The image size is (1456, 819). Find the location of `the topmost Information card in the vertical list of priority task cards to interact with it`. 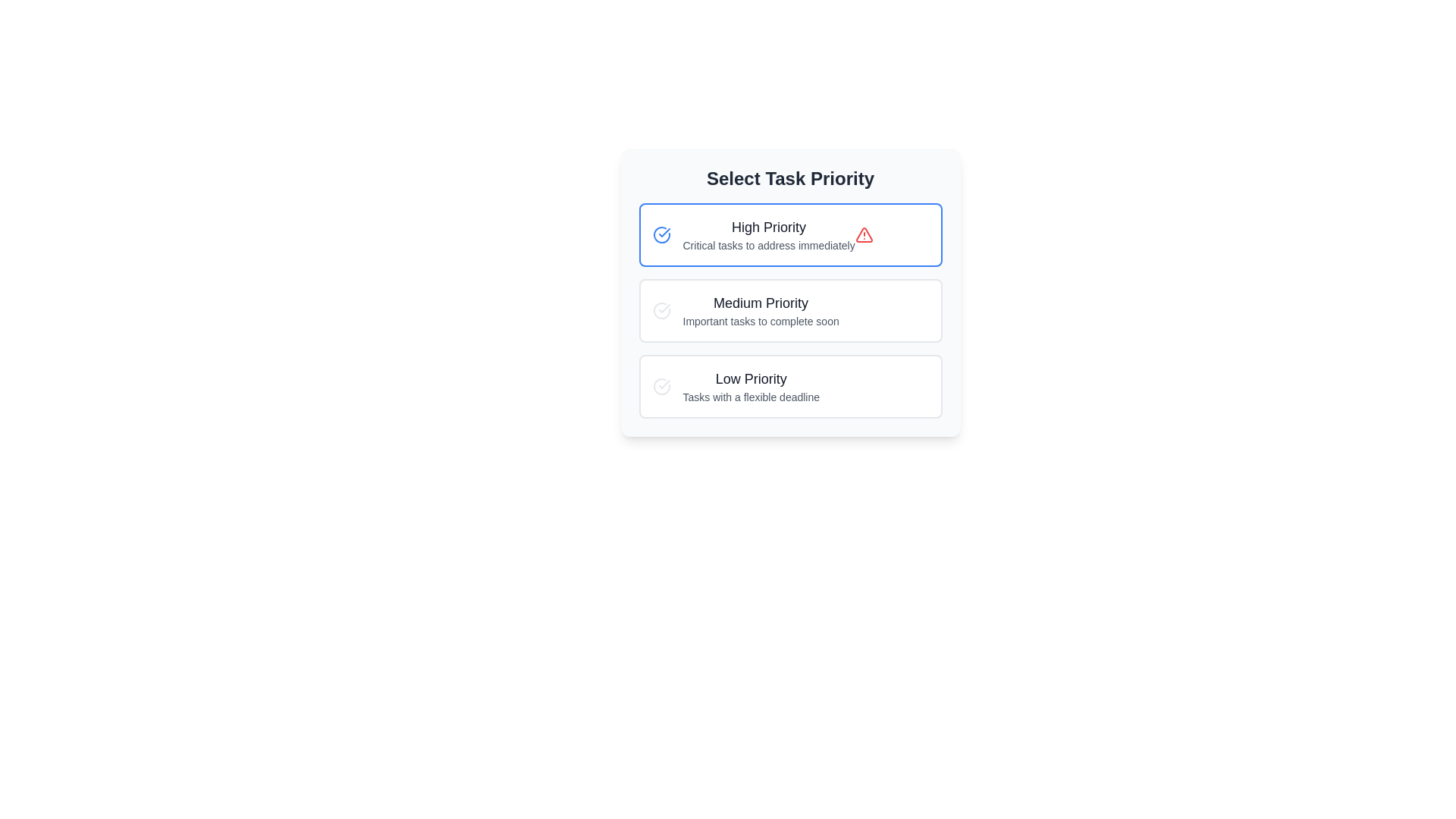

the topmost Information card in the vertical list of priority task cards to interact with it is located at coordinates (789, 234).